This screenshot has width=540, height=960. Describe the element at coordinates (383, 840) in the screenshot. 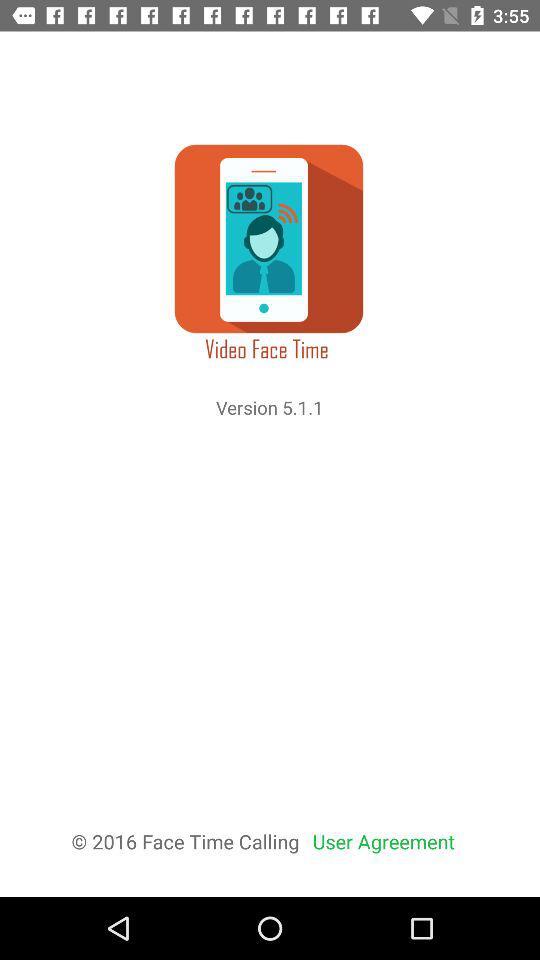

I see `the user agreement icon` at that location.